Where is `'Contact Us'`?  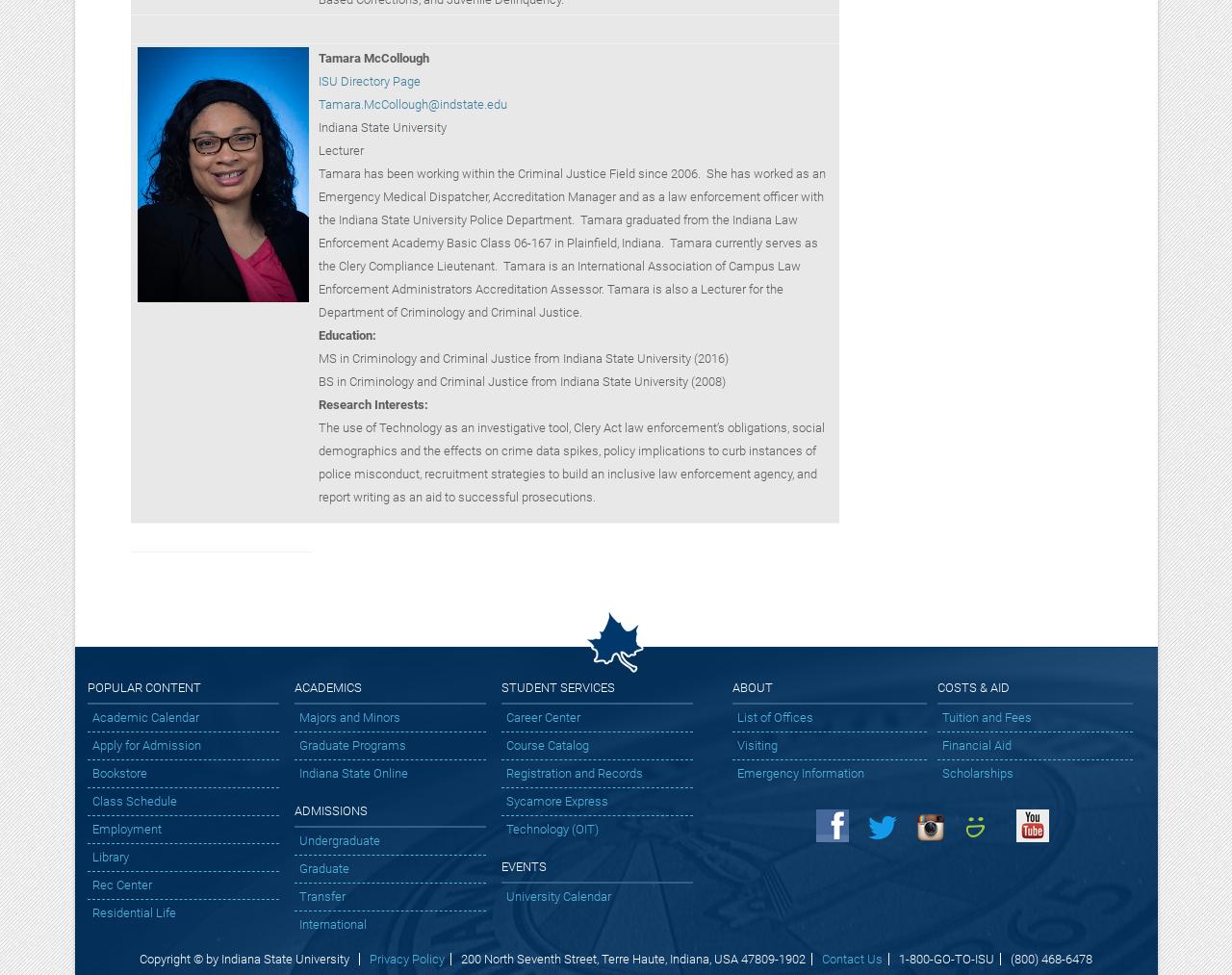 'Contact Us' is located at coordinates (850, 959).